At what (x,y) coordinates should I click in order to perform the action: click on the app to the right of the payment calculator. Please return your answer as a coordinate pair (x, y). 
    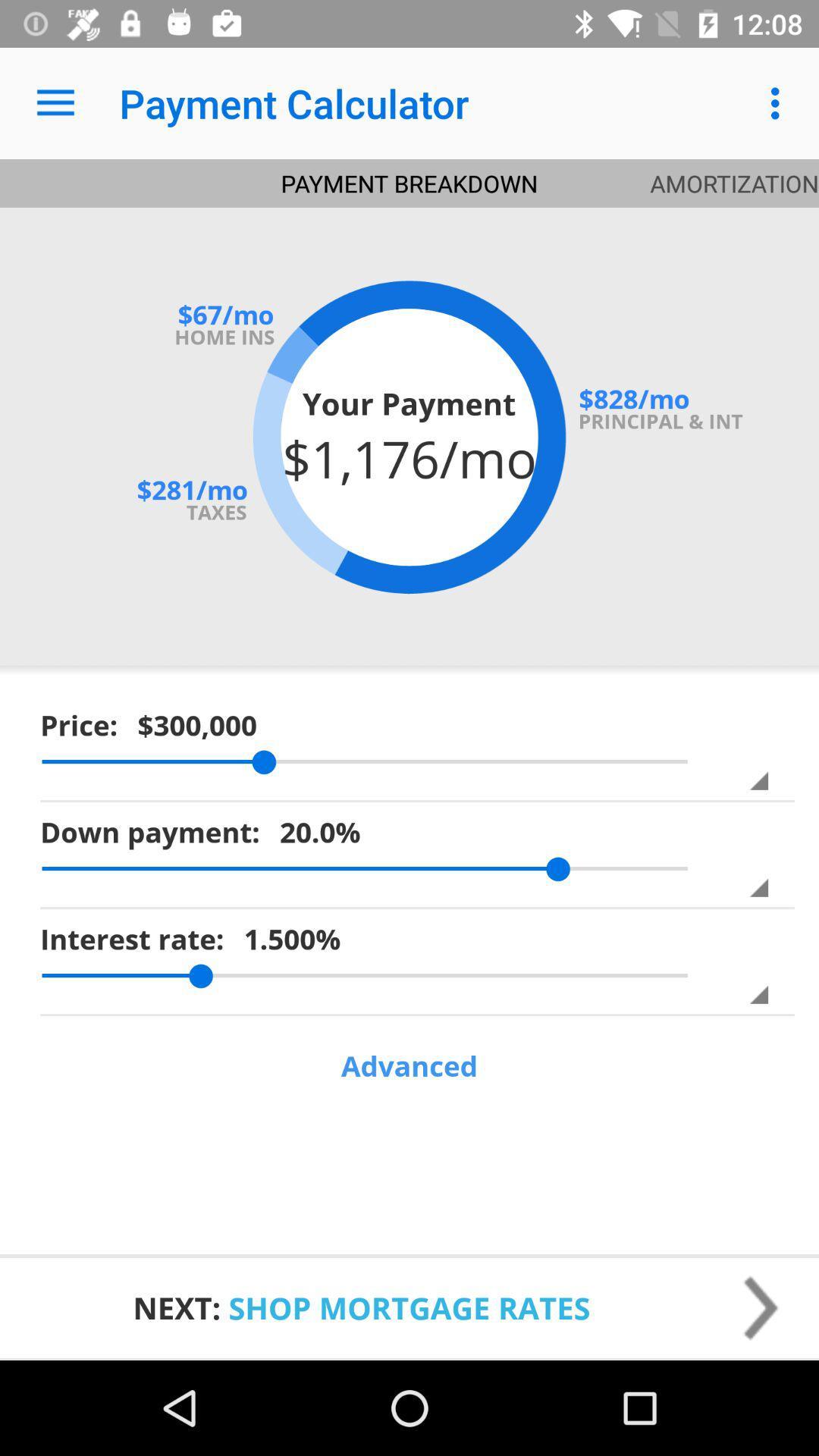
    Looking at the image, I should click on (779, 102).